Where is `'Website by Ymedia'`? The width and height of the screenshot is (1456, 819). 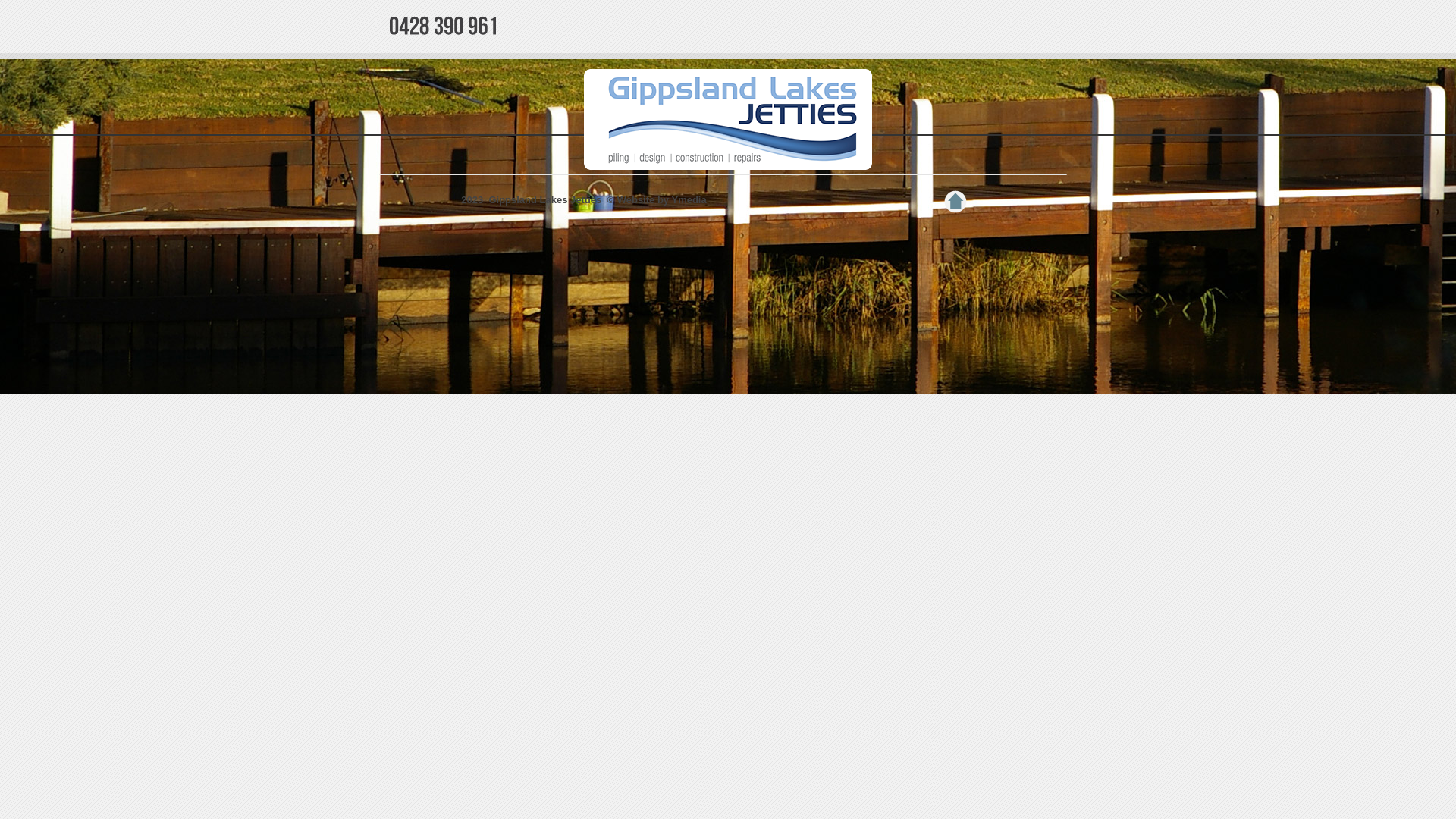
'Website by Ymedia' is located at coordinates (662, 199).